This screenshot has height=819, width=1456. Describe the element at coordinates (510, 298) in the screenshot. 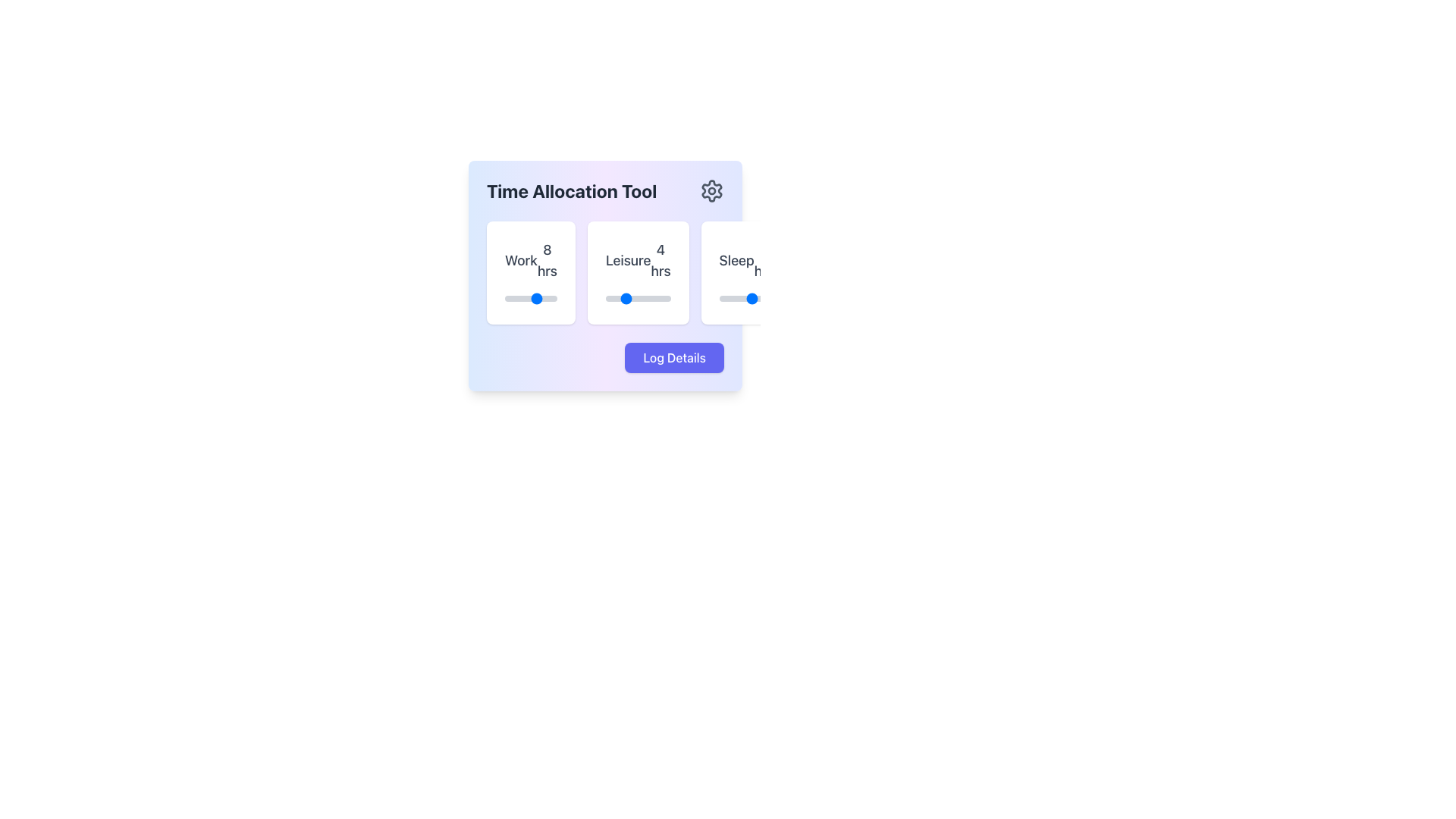

I see `work hours` at that location.